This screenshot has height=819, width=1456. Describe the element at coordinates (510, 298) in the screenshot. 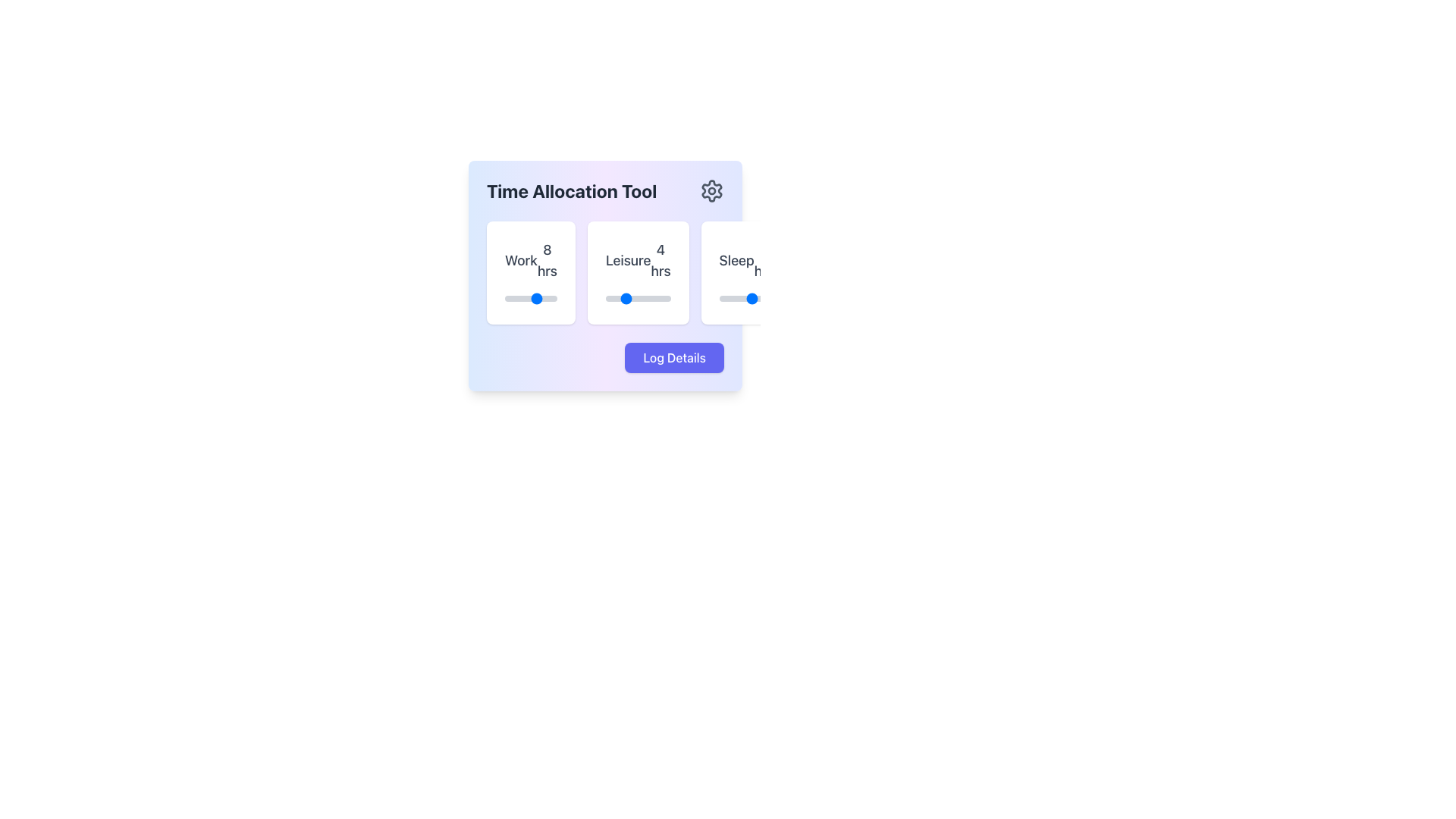

I see `work hours` at that location.